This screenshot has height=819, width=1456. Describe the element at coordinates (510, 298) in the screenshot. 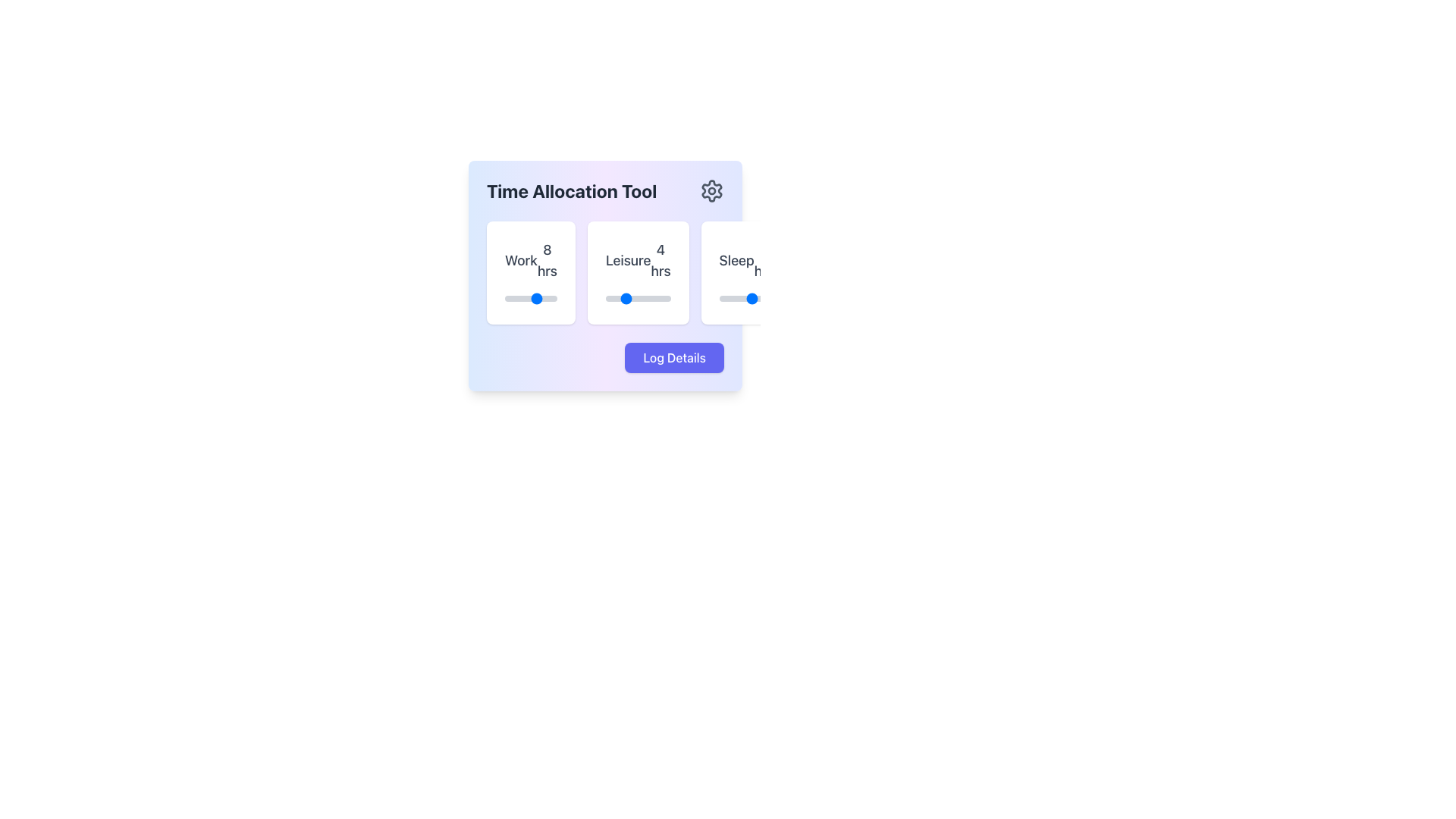

I see `work hours` at that location.